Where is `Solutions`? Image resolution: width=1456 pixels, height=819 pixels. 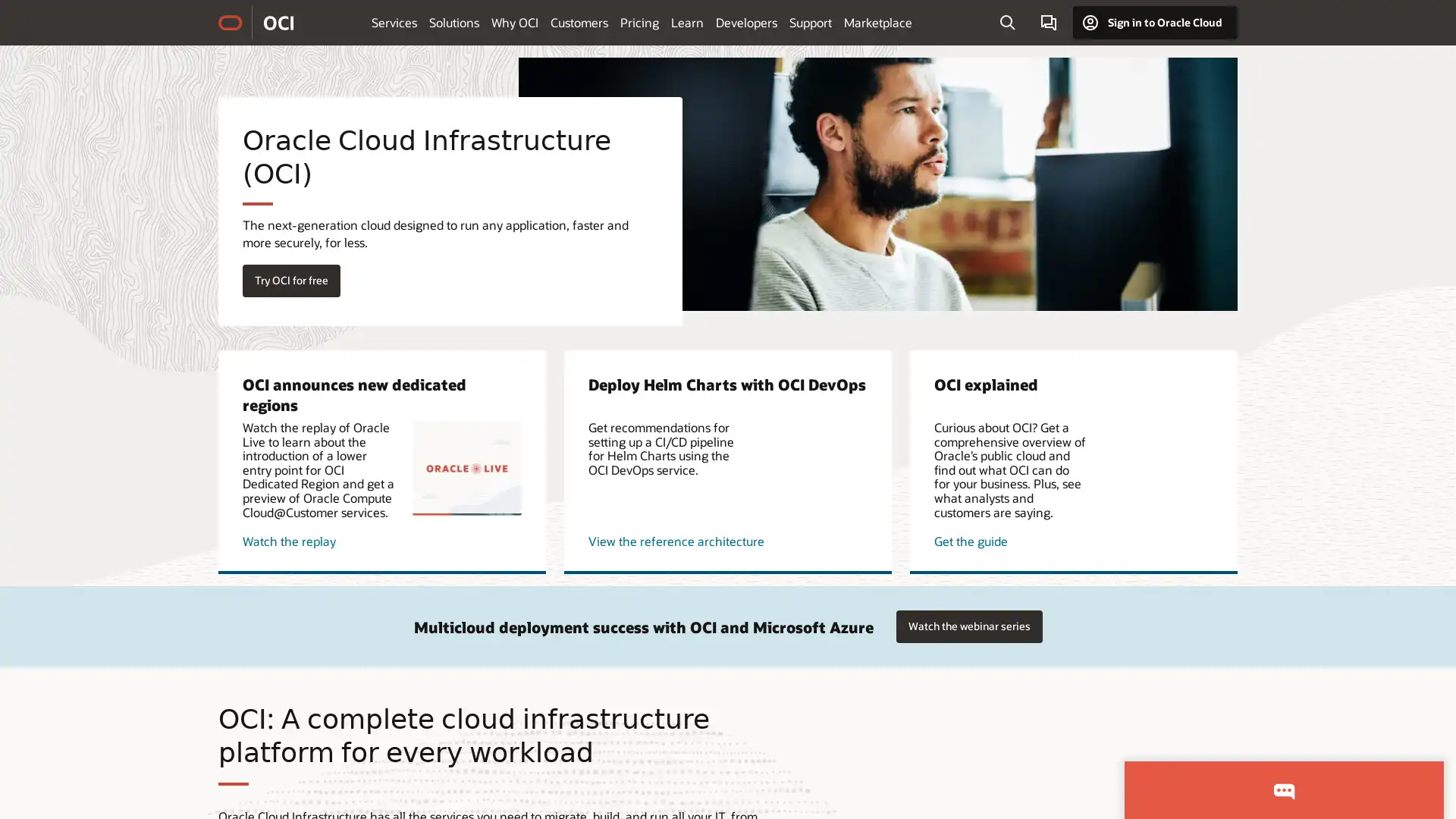 Solutions is located at coordinates (453, 22).